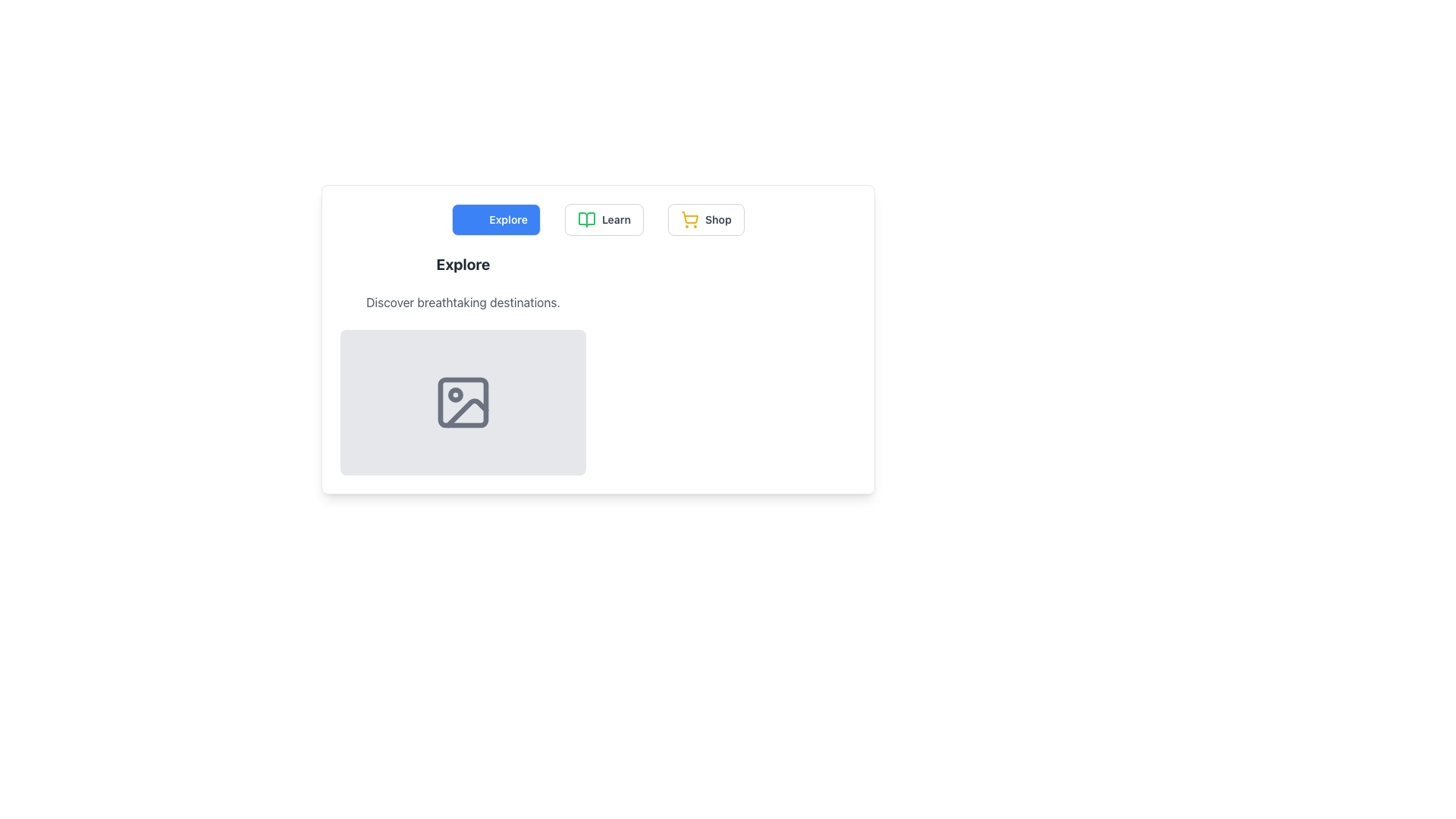 The height and width of the screenshot is (819, 1456). What do you see at coordinates (454, 394) in the screenshot?
I see `the Decorative Dot located within the top-left portion of the icon graphic resembling an image, which is part of a rectangular boundary with a diagonal line` at bounding box center [454, 394].